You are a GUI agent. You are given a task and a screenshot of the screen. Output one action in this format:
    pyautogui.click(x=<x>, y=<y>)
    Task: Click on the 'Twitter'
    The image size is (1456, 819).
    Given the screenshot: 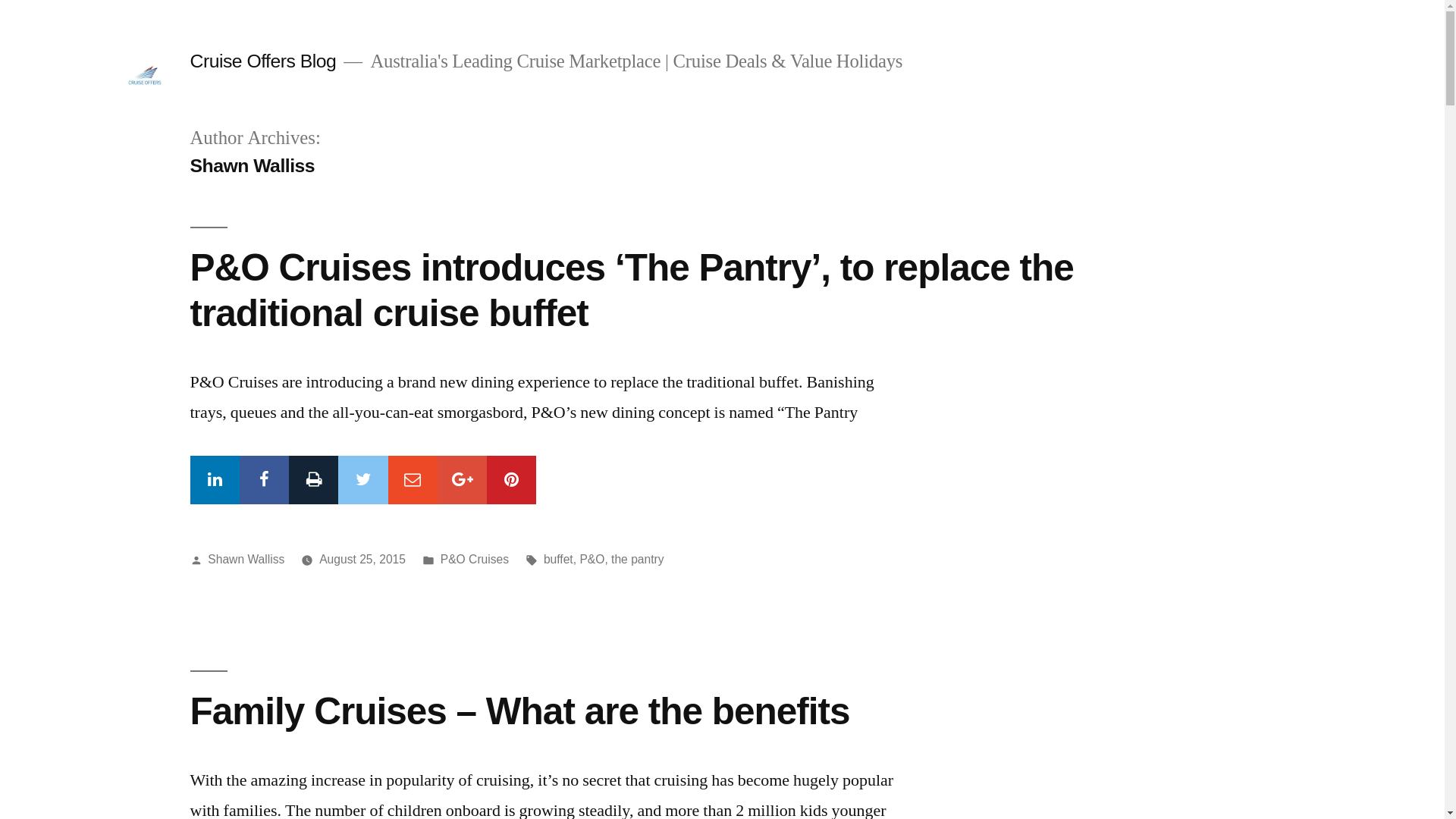 What is the action you would take?
    pyautogui.click(x=362, y=479)
    